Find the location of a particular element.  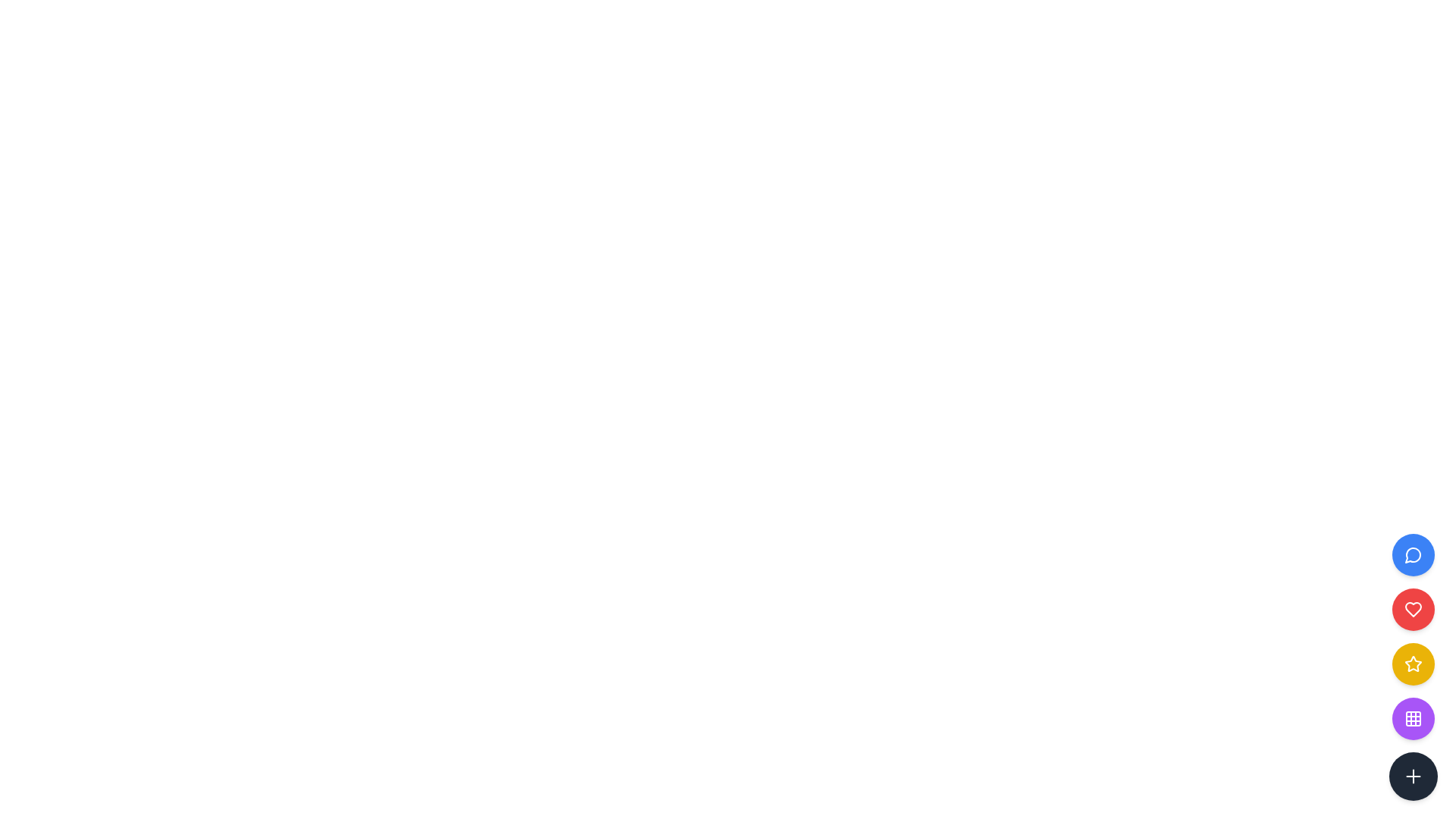

the third button in a vertical stack of five buttons, located between the red heart icon button above and the purple grid icon button below is located at coordinates (1412, 666).